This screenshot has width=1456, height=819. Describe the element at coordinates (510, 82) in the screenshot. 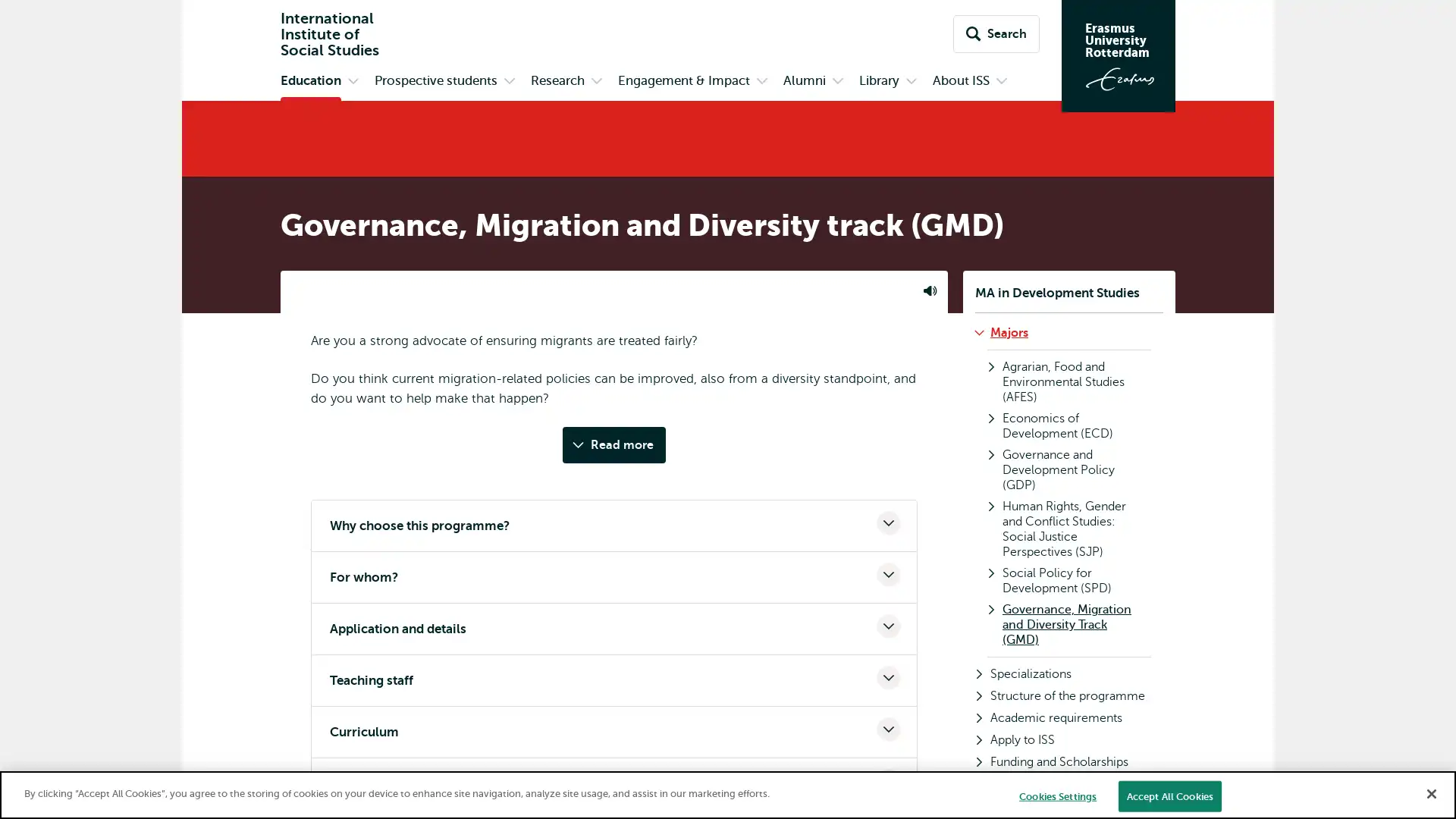

I see `Open submenu` at that location.